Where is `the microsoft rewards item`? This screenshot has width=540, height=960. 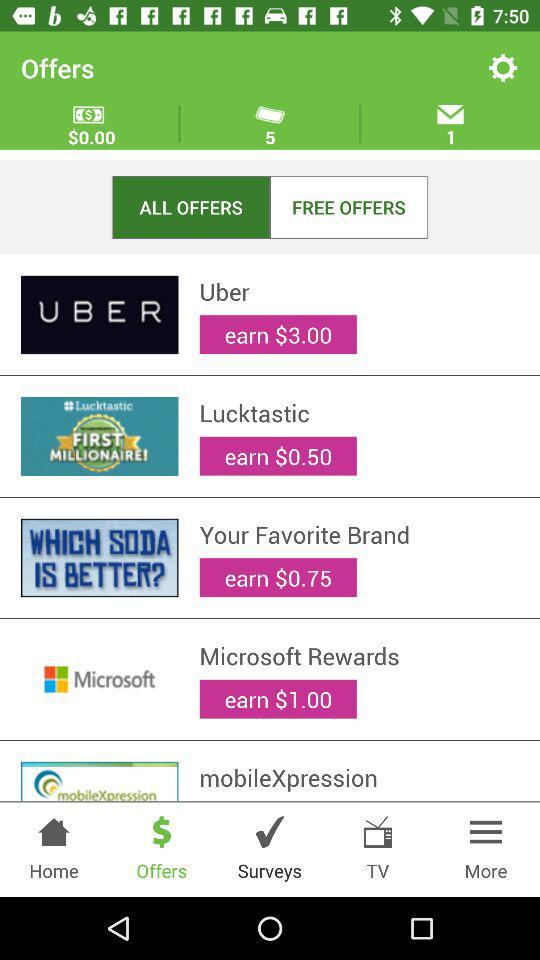 the microsoft rewards item is located at coordinates (358, 655).